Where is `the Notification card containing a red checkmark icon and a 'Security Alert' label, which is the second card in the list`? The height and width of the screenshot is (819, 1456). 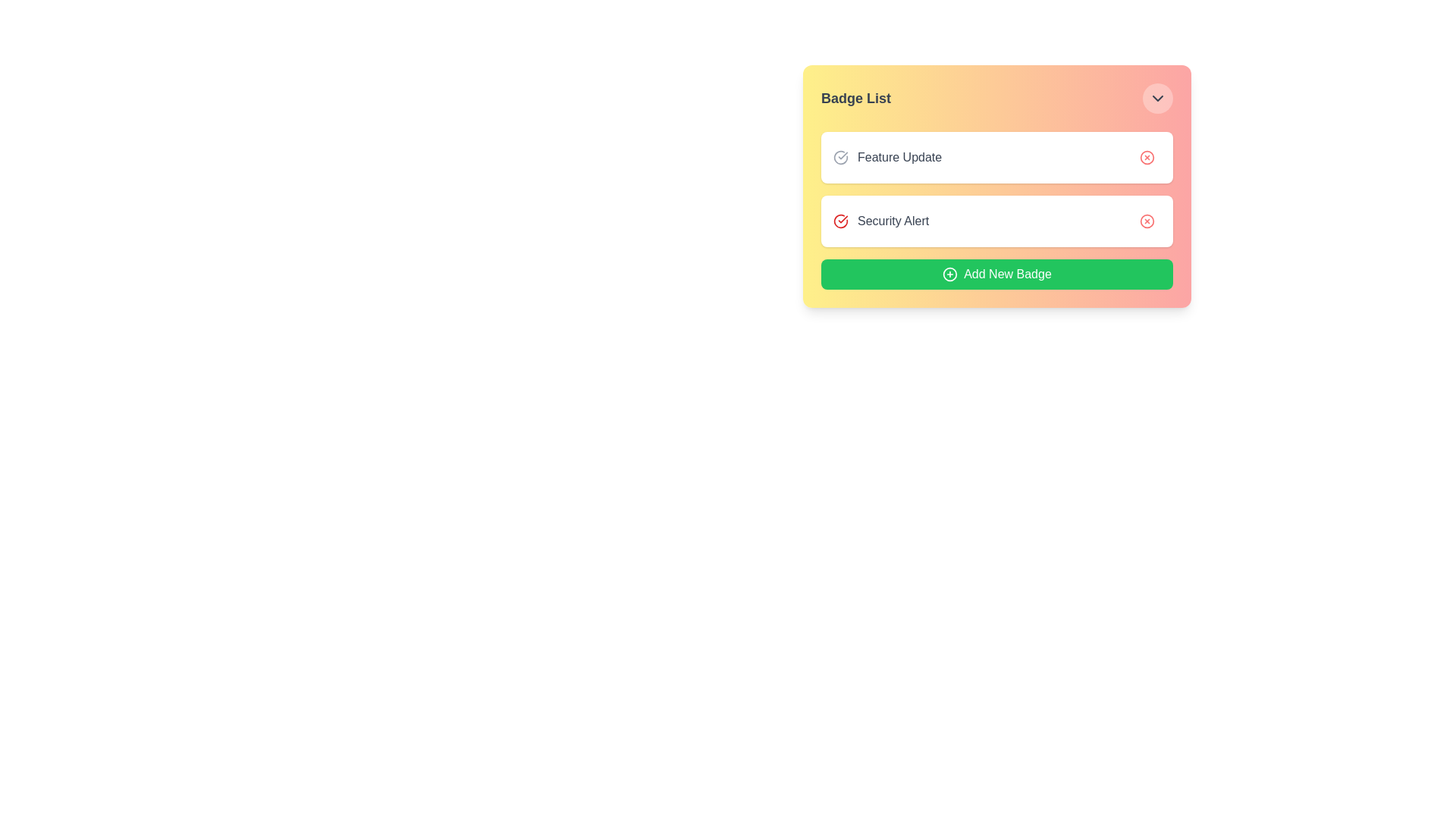
the Notification card containing a red checkmark icon and a 'Security Alert' label, which is the second card in the list is located at coordinates (997, 221).